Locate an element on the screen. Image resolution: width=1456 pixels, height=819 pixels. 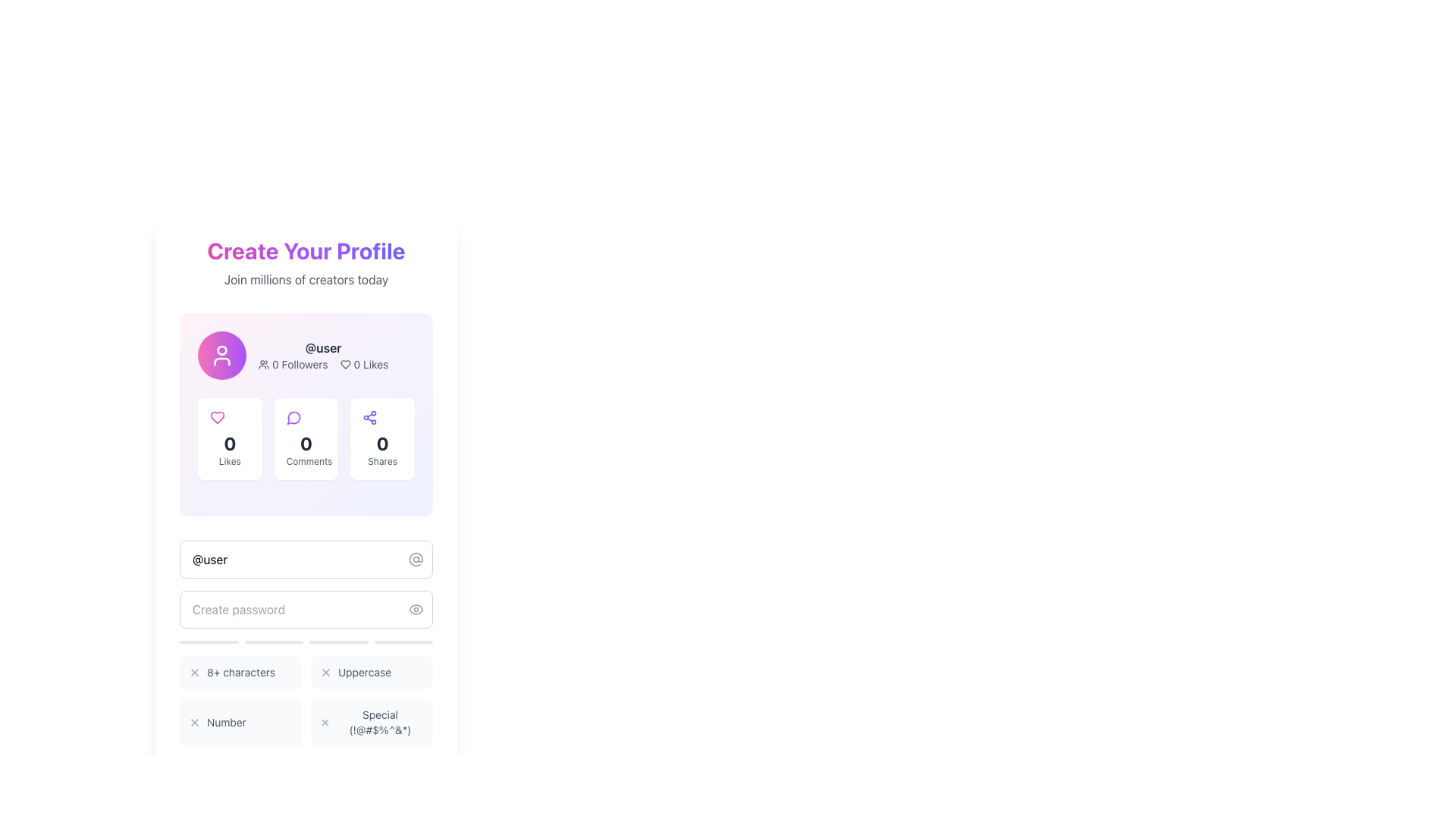
the first progress bar located beneath the password input field, which visually indicates the strength of the entered password is located at coordinates (208, 642).